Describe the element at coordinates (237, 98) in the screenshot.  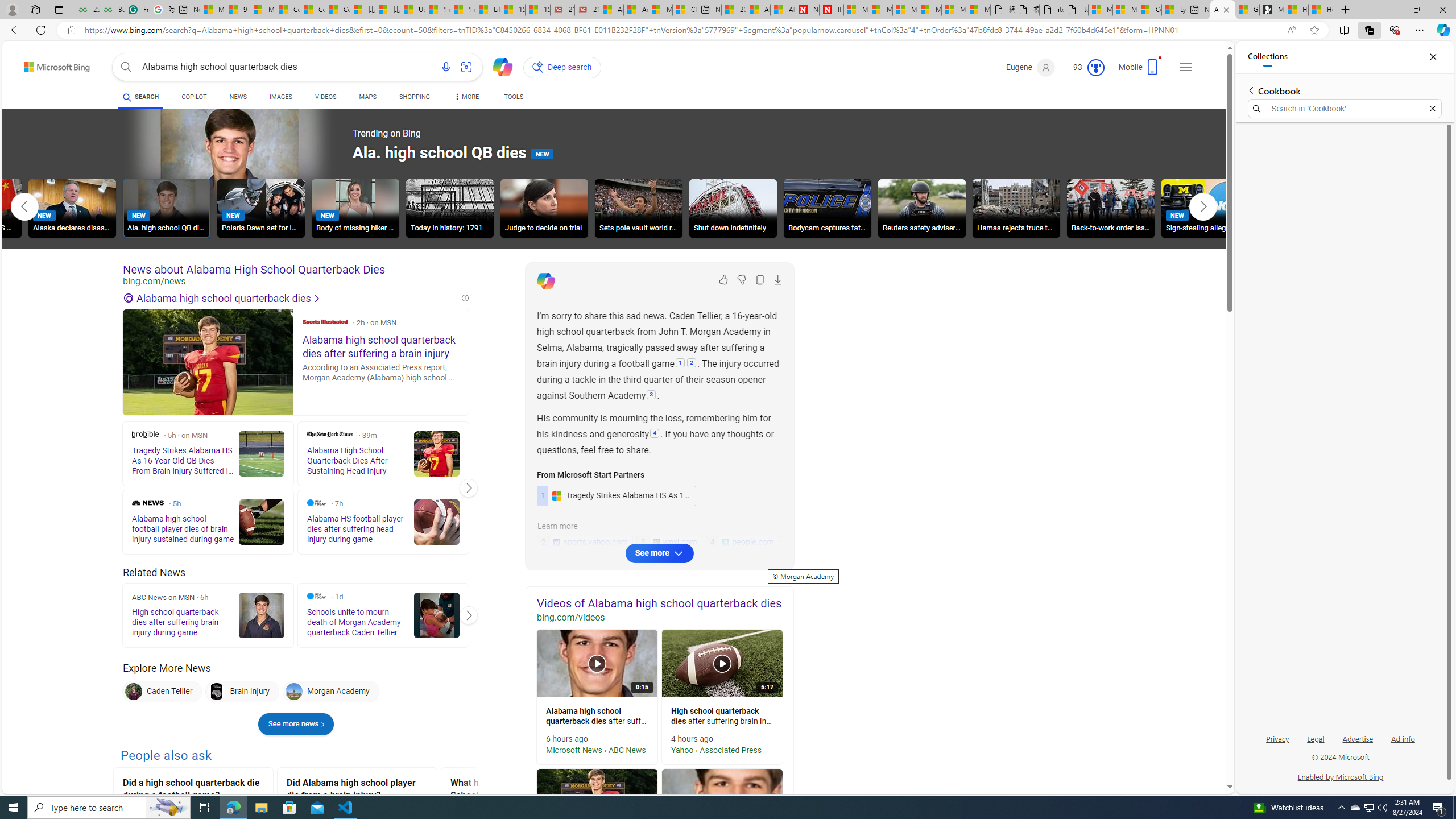
I see `'NEWS'` at that location.